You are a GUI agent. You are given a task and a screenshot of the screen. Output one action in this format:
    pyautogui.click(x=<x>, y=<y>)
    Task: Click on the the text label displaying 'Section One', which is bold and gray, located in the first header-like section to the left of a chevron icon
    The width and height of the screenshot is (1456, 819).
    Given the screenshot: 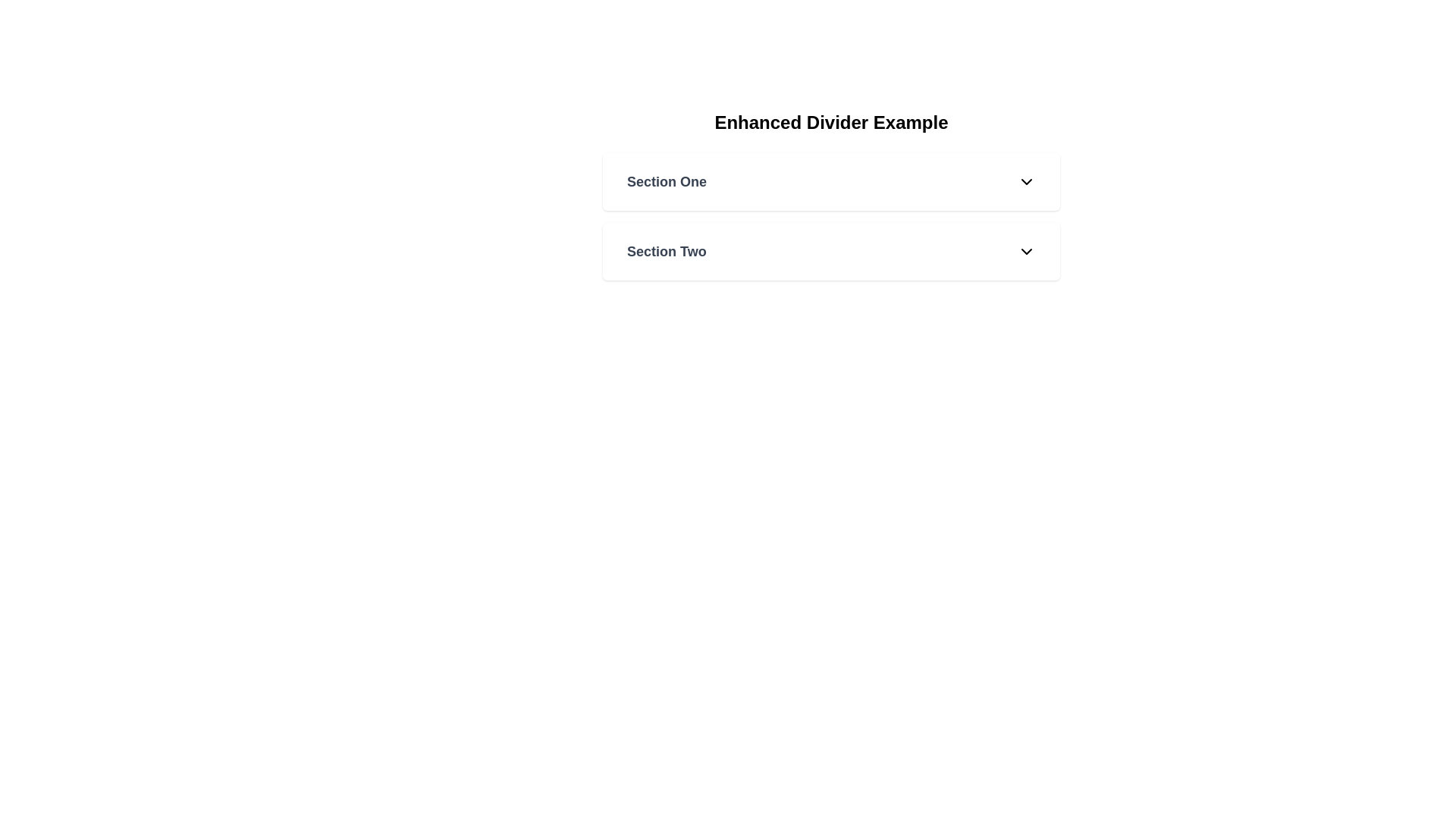 What is the action you would take?
    pyautogui.click(x=667, y=180)
    